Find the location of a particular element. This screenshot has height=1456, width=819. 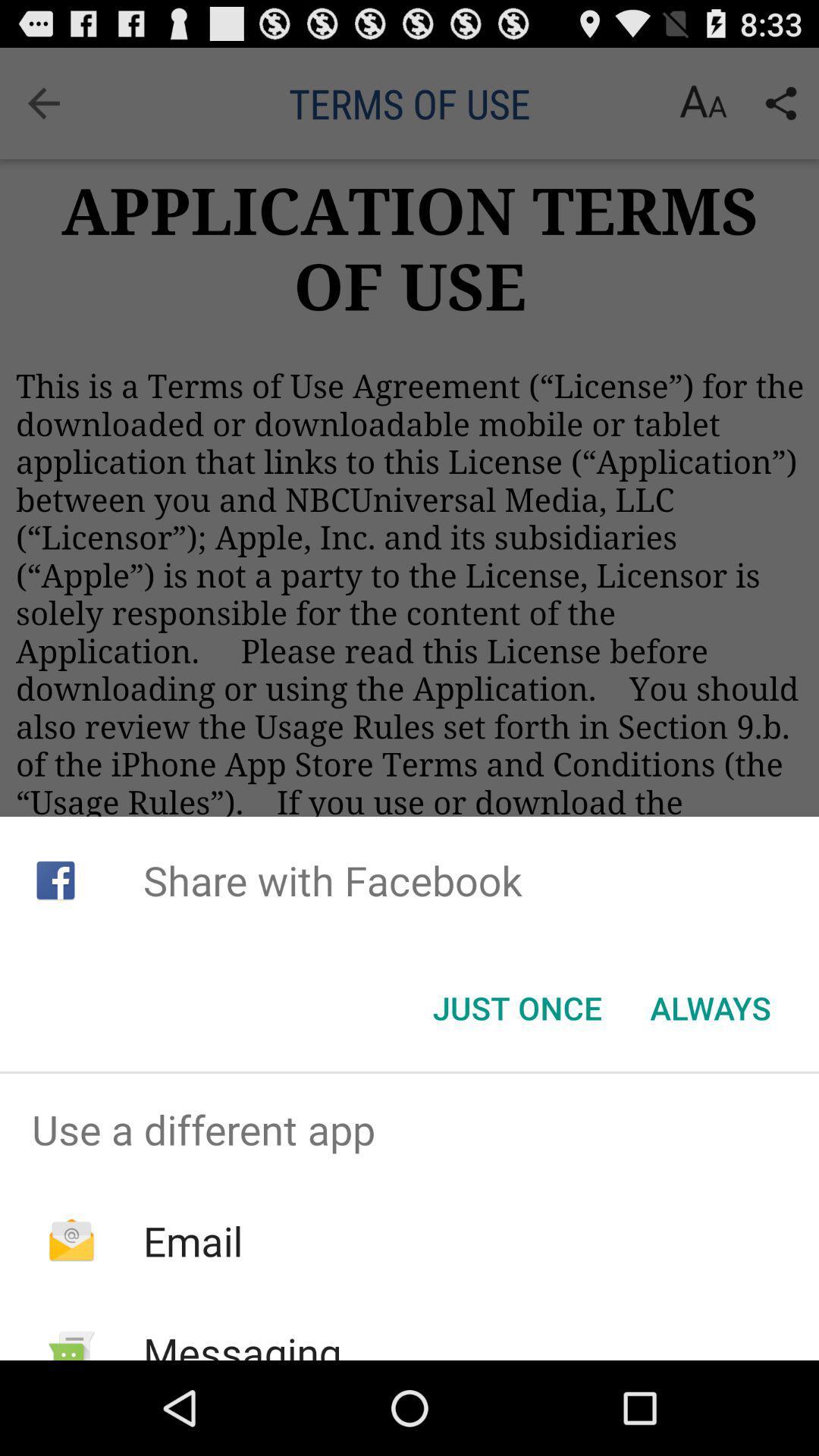

the icon below the use a different is located at coordinates (192, 1241).